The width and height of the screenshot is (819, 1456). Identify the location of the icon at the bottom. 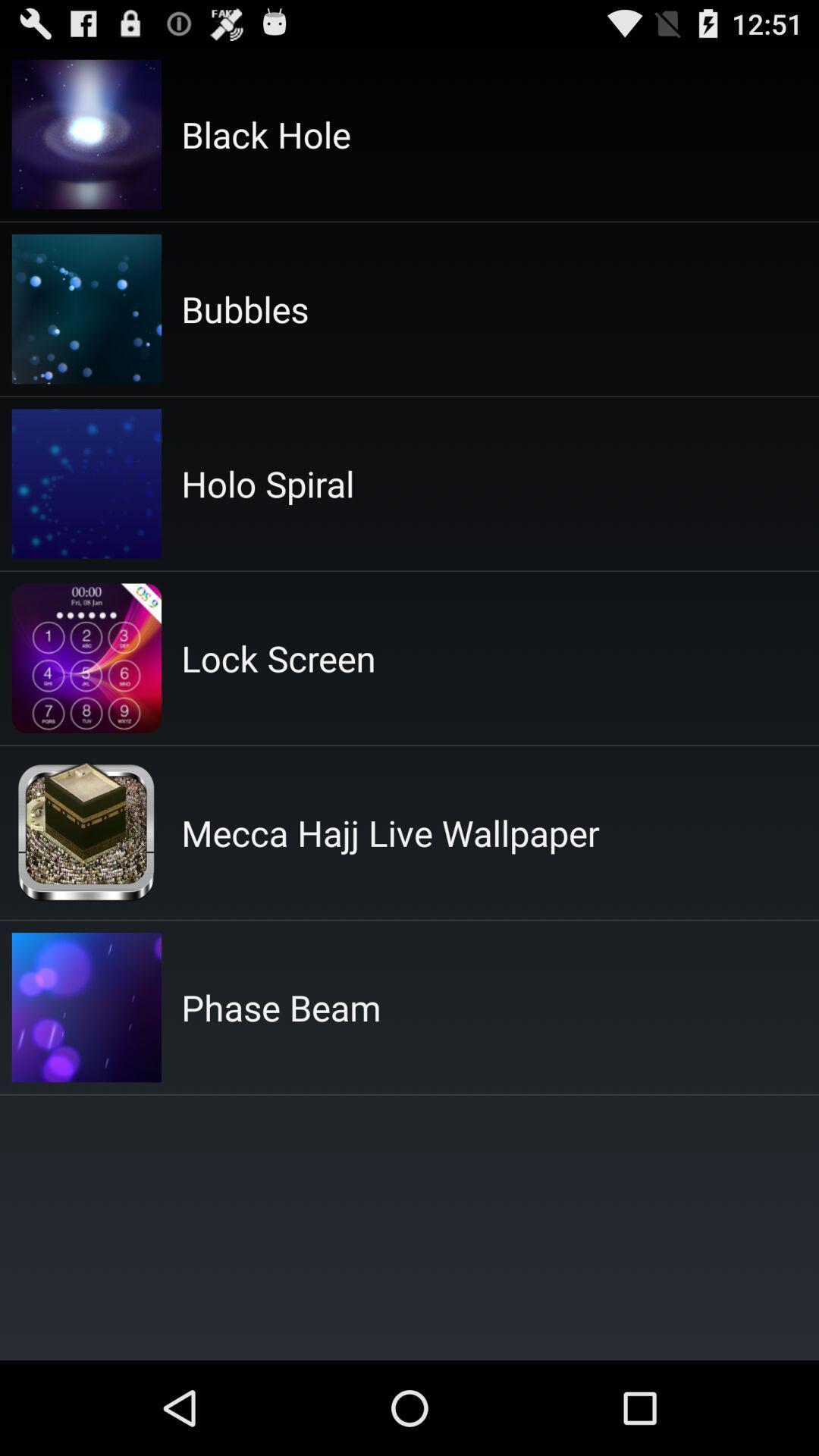
(281, 1007).